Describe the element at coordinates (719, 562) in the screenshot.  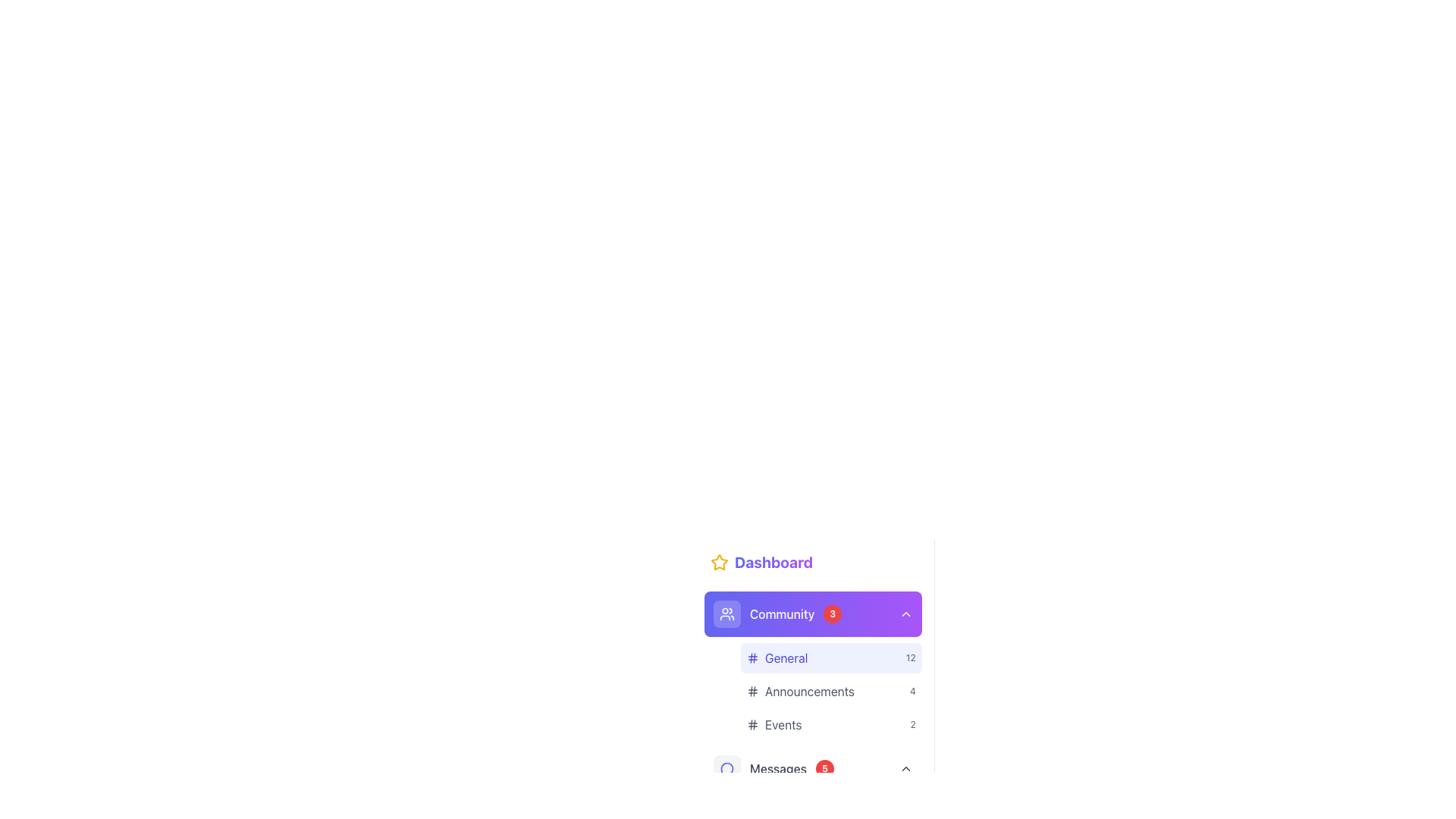
I see `the star icon with a yellow outline located to the left of the 'Dashboard' text in the upper section of the sidebar` at that location.